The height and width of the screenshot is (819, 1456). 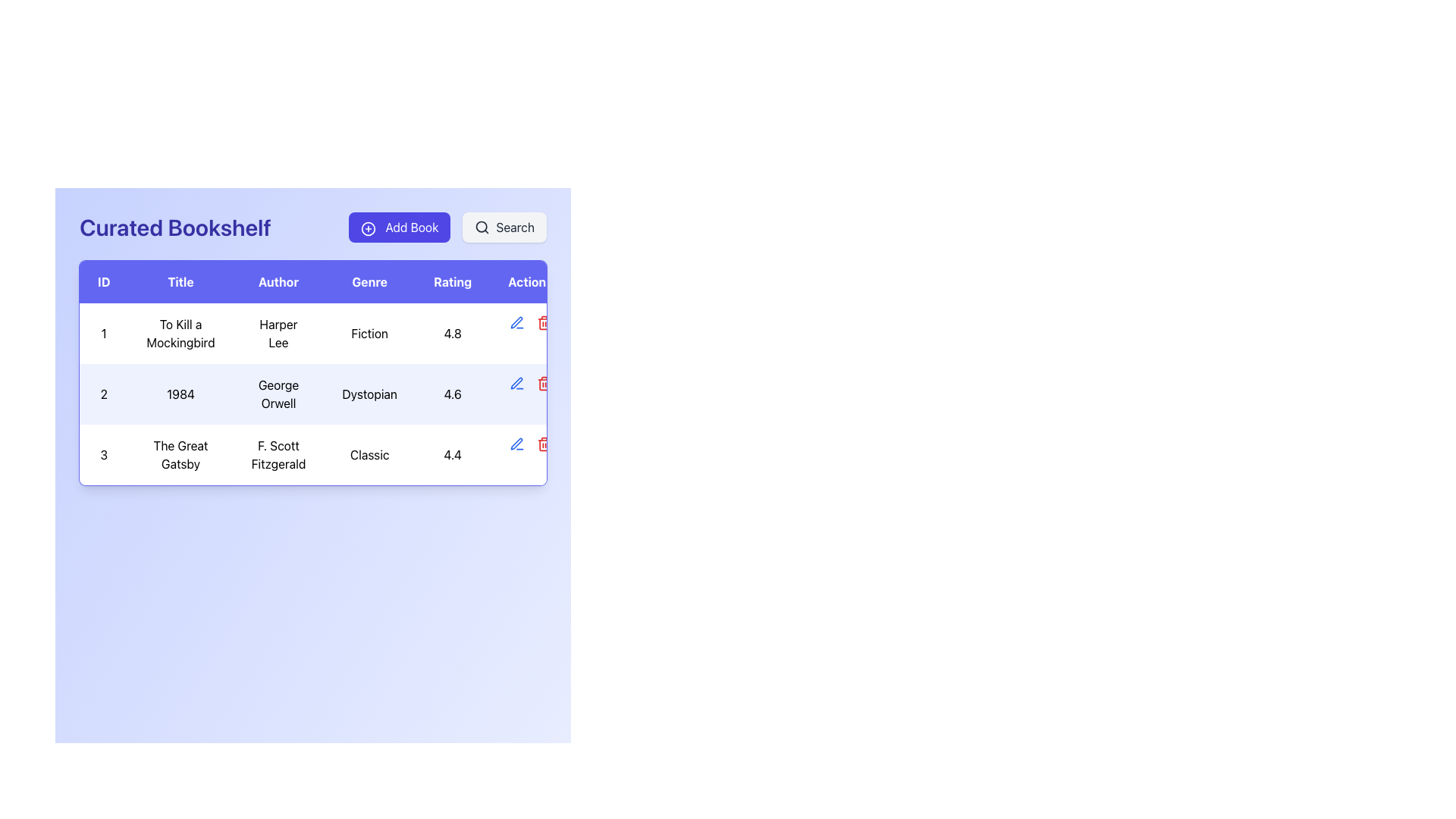 I want to click on the Icon Button in the 'Action' column of the second row, so click(x=516, y=322).